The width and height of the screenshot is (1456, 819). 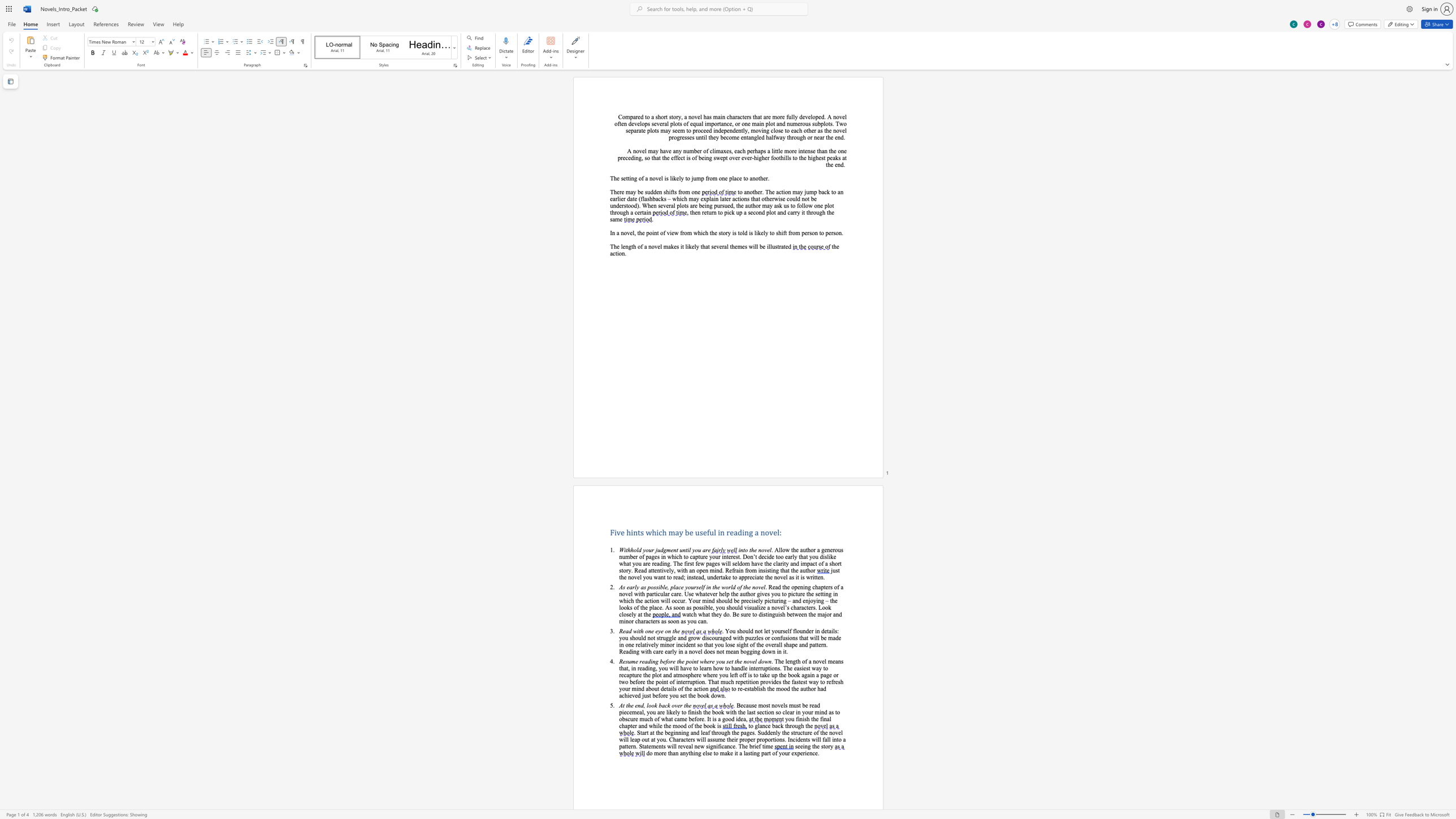 What do you see at coordinates (619, 253) in the screenshot?
I see `the space between the continuous character "i" and "o" in the text` at bounding box center [619, 253].